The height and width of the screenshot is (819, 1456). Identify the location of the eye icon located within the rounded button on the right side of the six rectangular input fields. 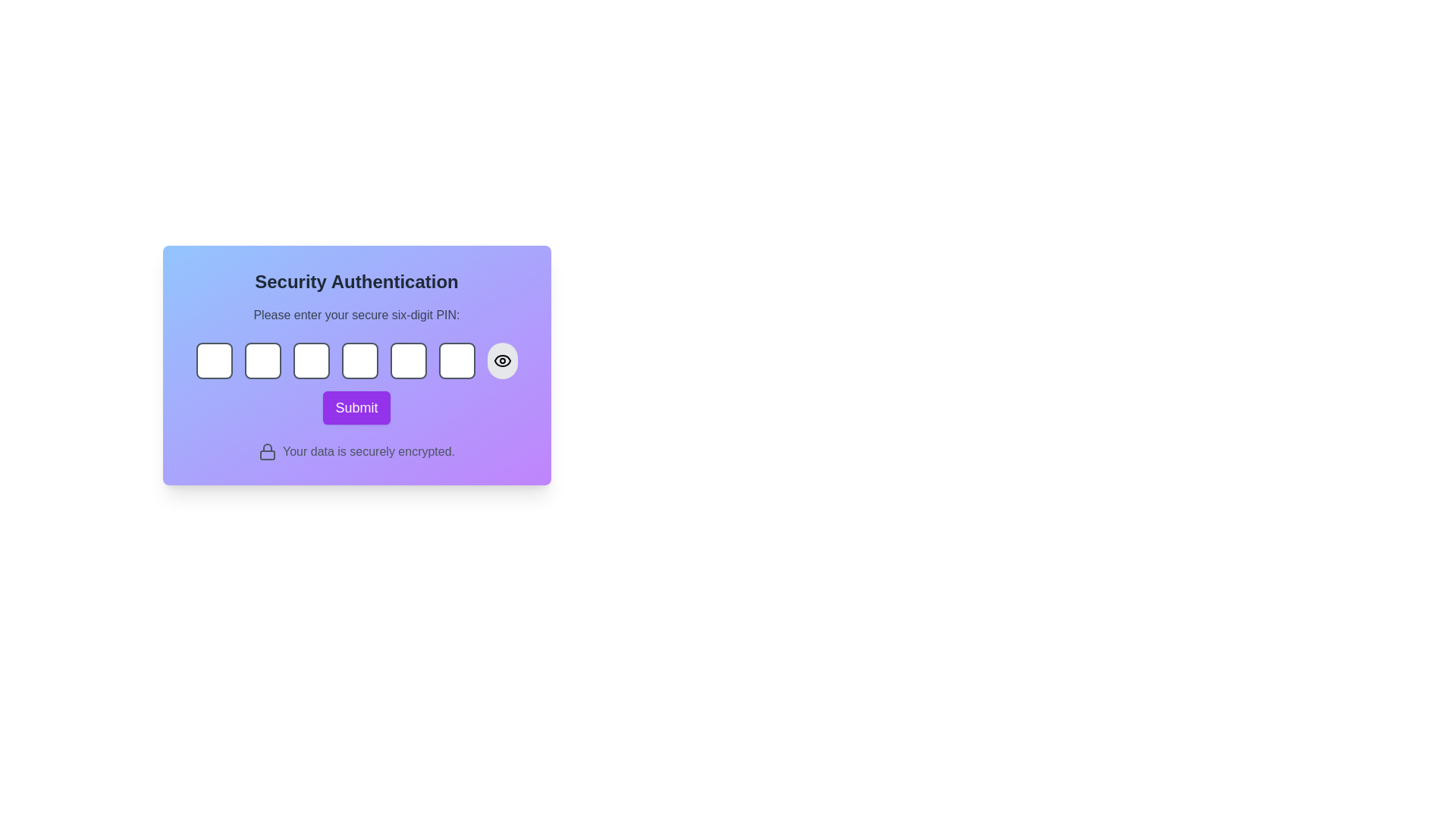
(502, 360).